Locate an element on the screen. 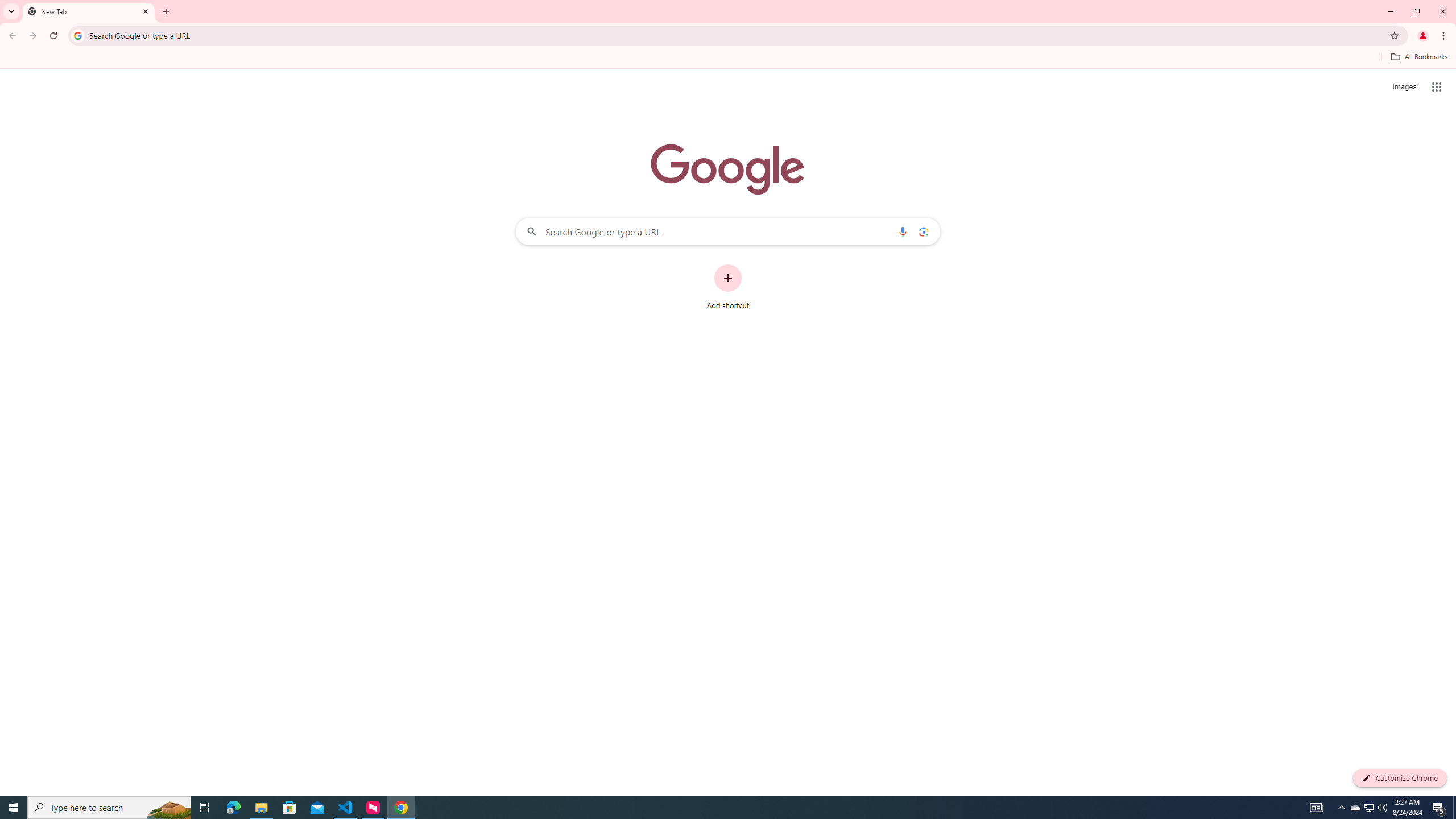  'New Tab' is located at coordinates (88, 11).